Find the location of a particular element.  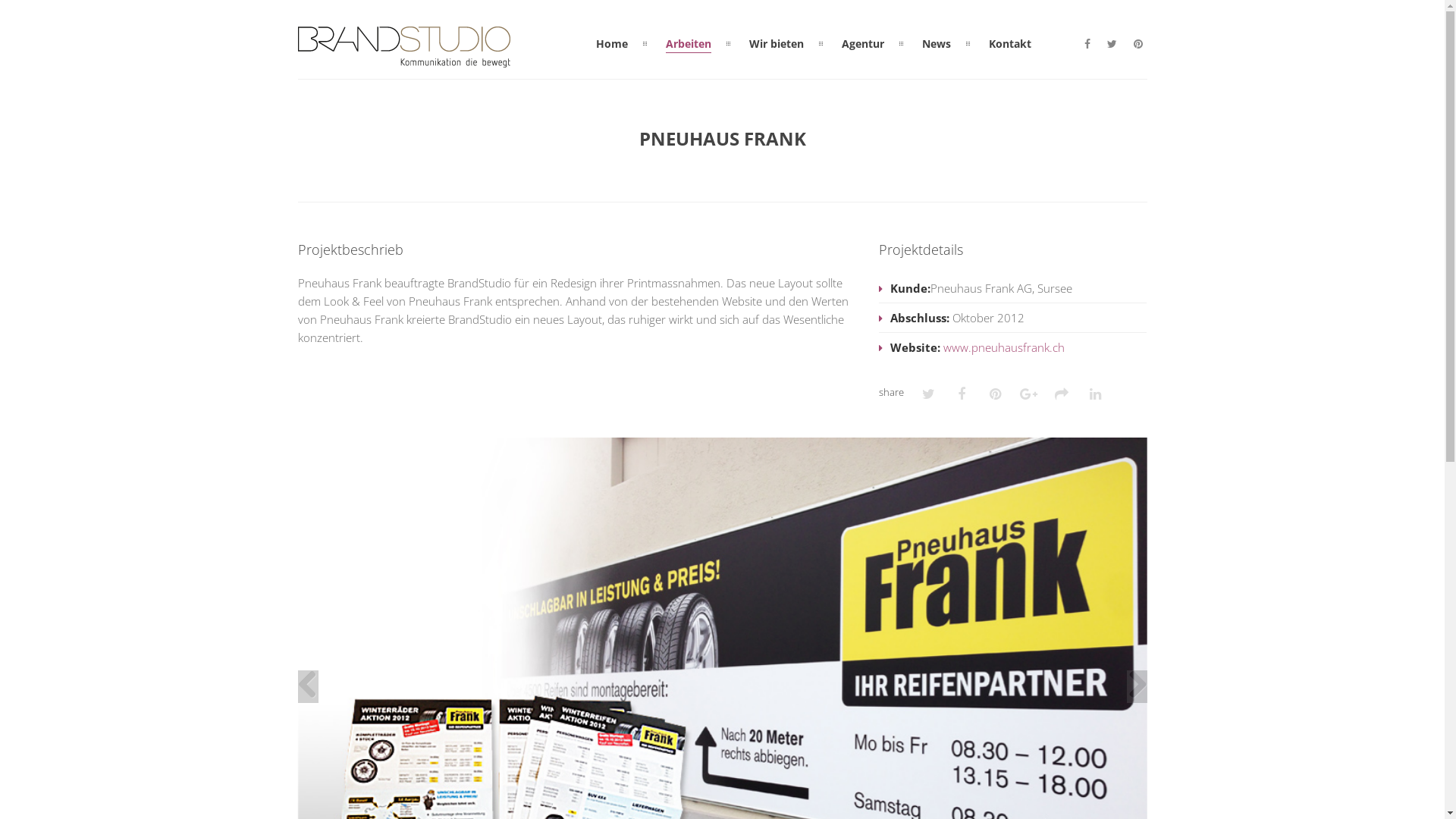

'Next' is located at coordinates (1137, 686).